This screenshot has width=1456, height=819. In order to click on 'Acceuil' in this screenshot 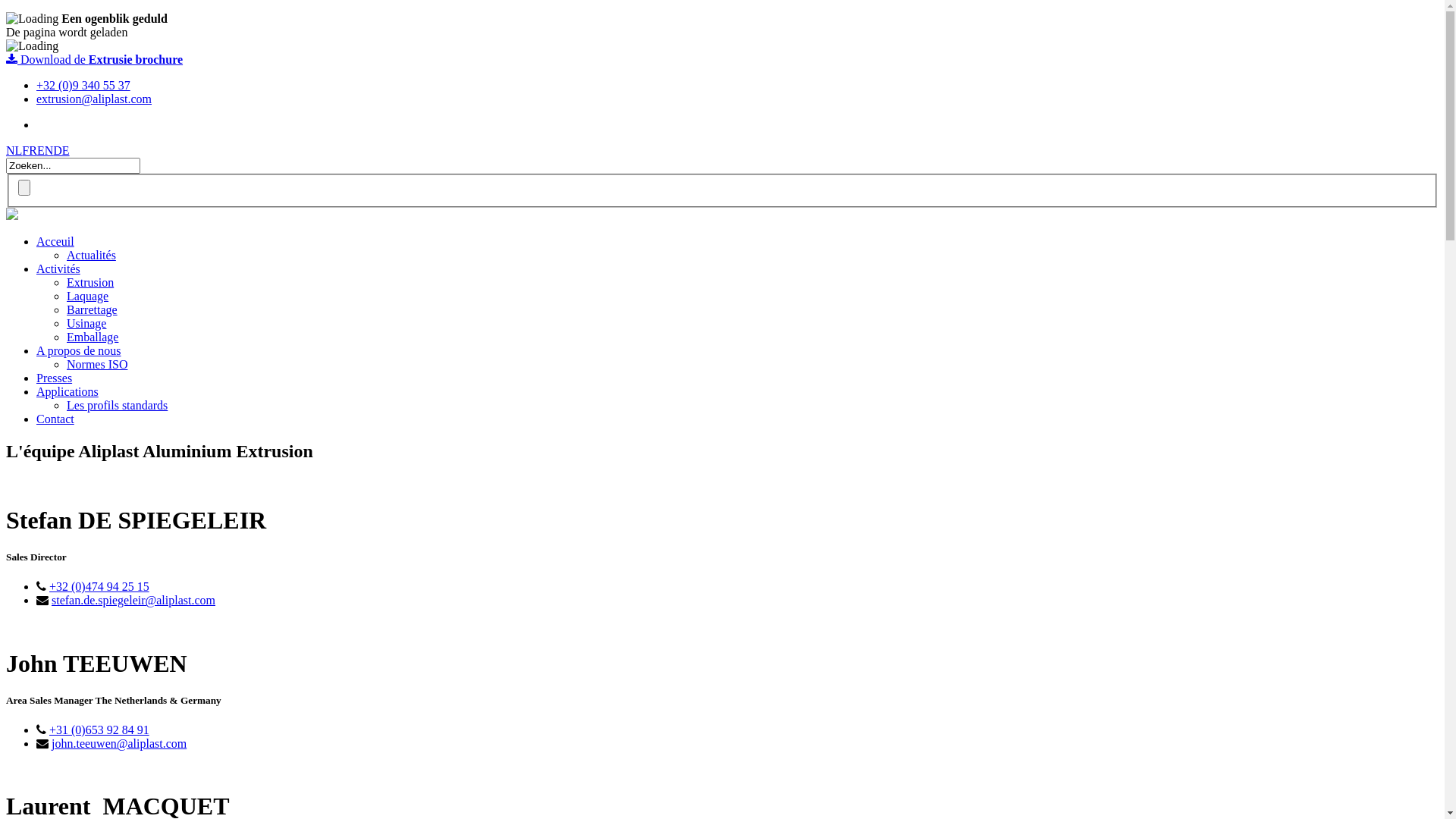, I will do `click(36, 240)`.